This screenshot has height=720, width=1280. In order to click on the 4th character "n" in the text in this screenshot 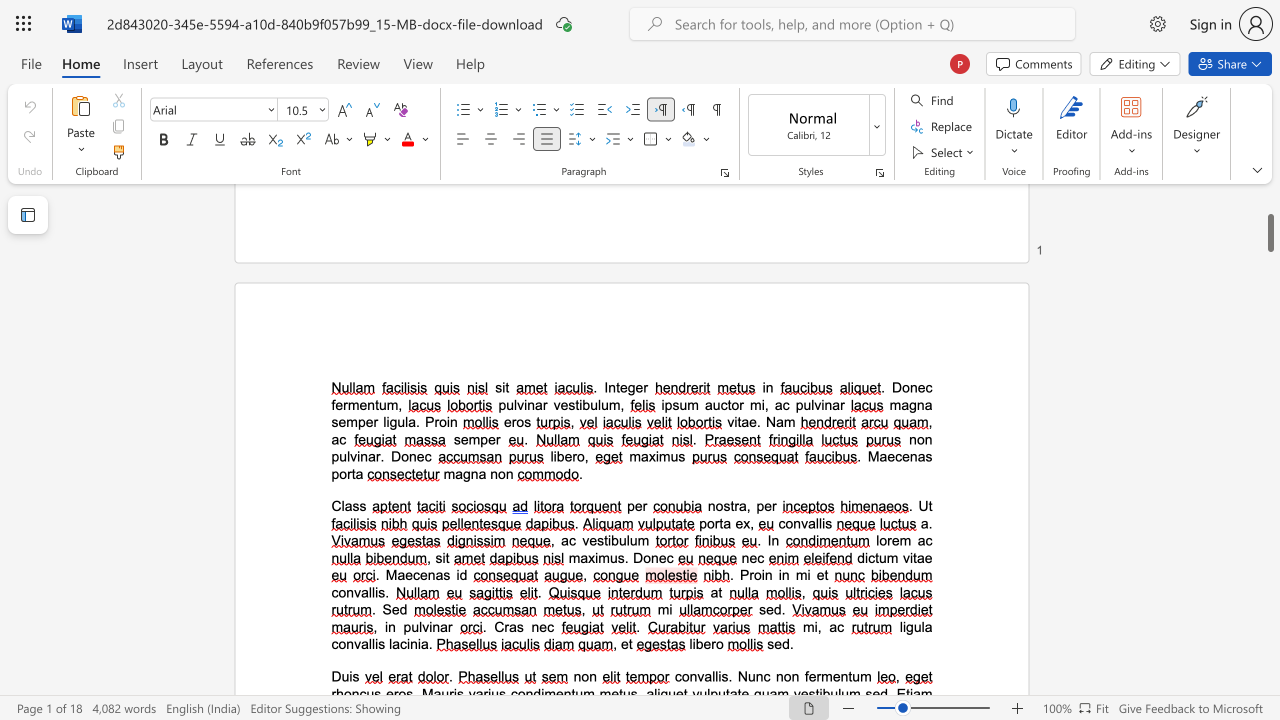, I will do `click(411, 456)`.